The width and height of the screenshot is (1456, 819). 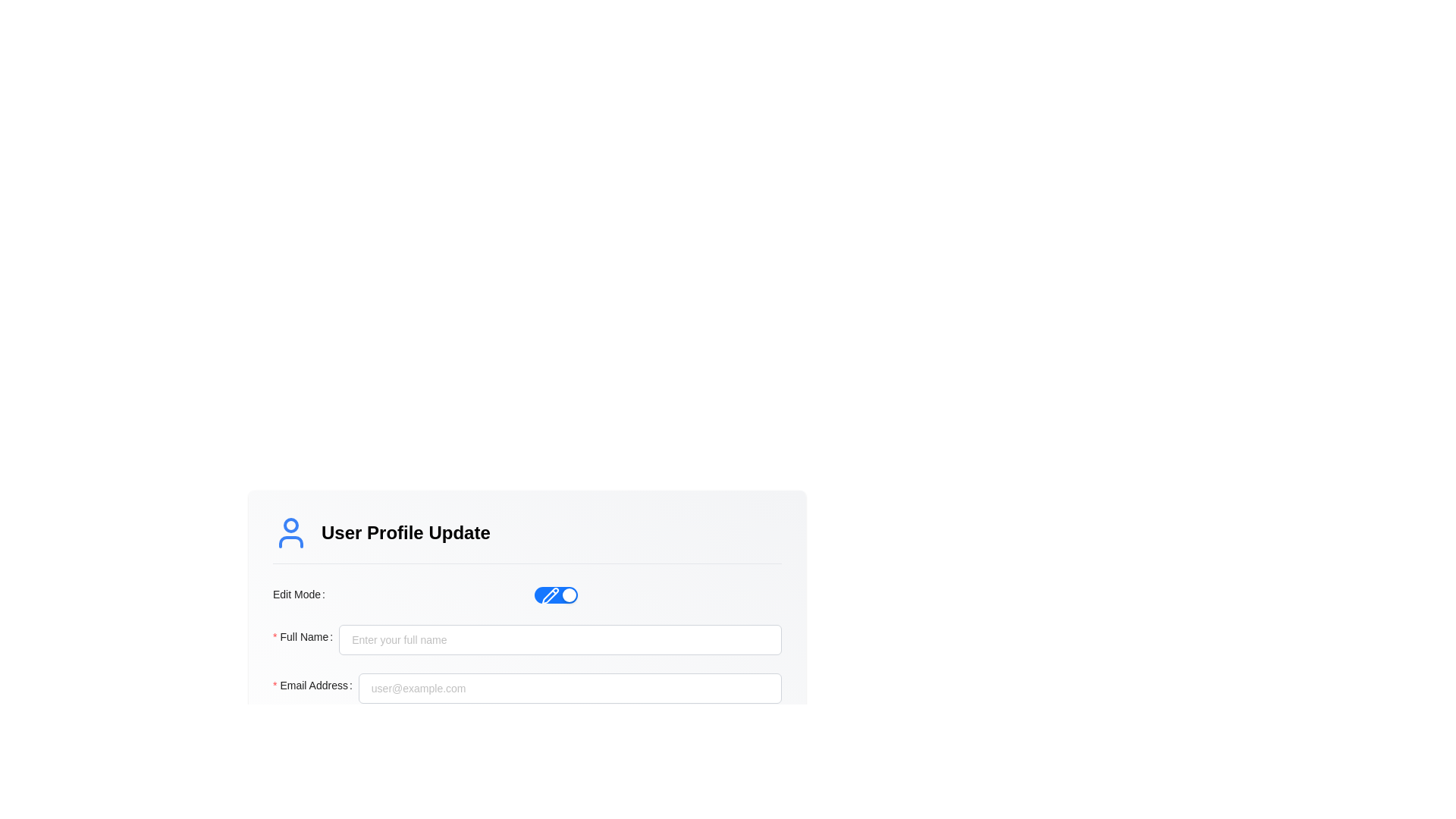 I want to click on the blue toggle switch in the checked state beside the 'Edit Mode' label, so click(x=550, y=595).